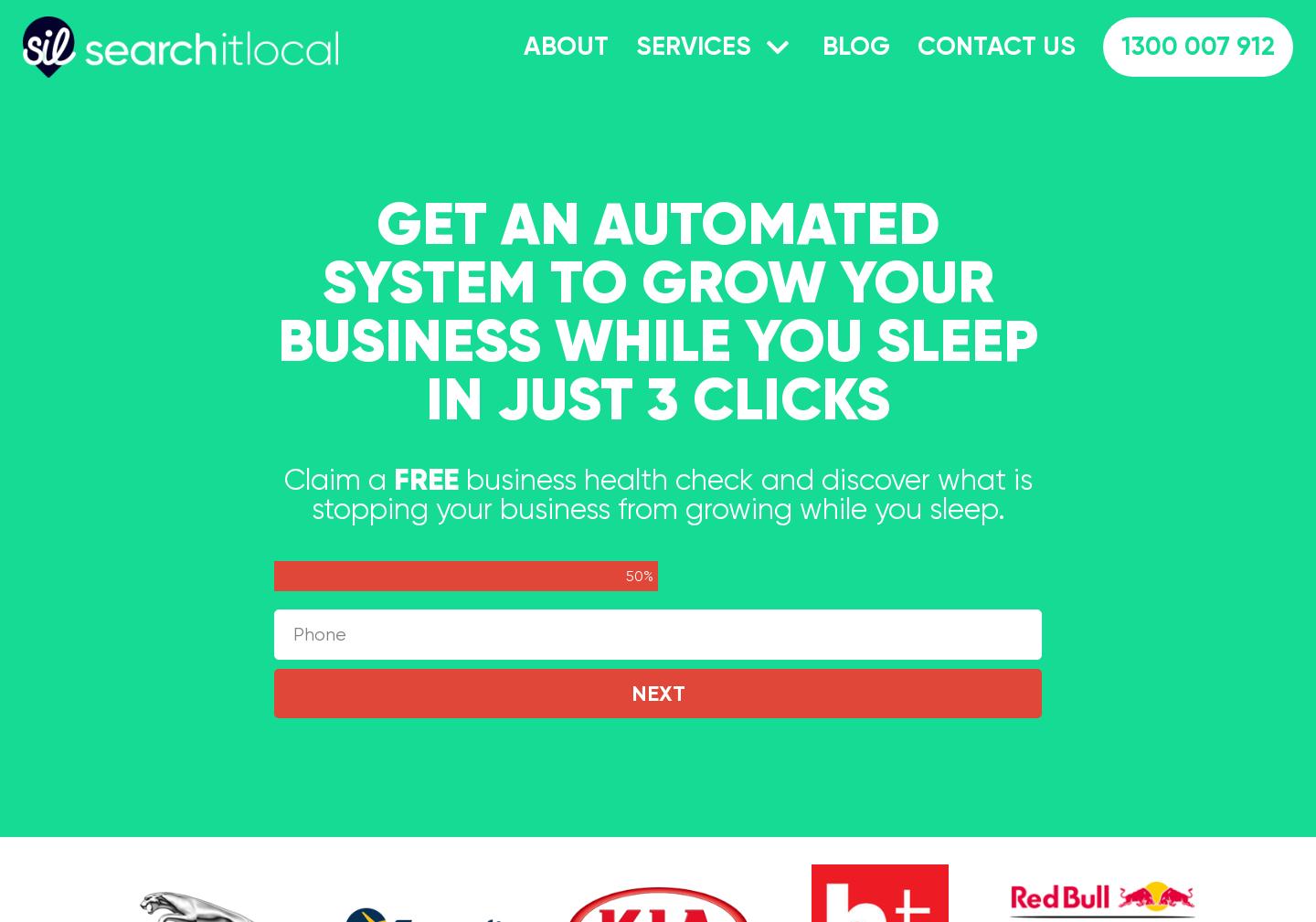 Image resolution: width=1316 pixels, height=922 pixels. I want to click on 'Services', so click(635, 45).